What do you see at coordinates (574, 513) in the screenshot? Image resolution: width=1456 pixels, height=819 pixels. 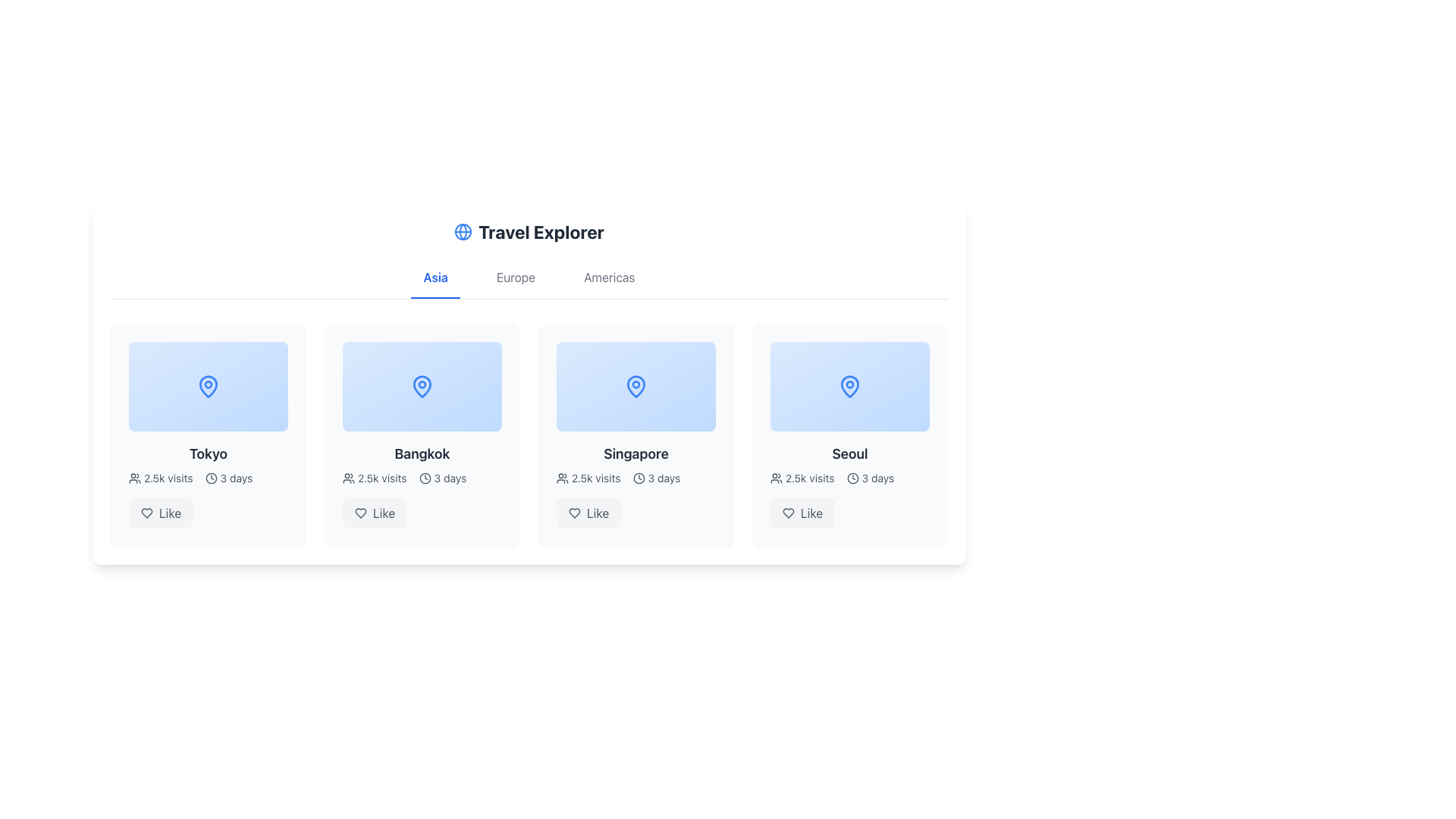 I see `the heart-shaped icon within the 'Like' button located at the bottom section of the 'Singapore' card in the 'Asia' region` at bounding box center [574, 513].